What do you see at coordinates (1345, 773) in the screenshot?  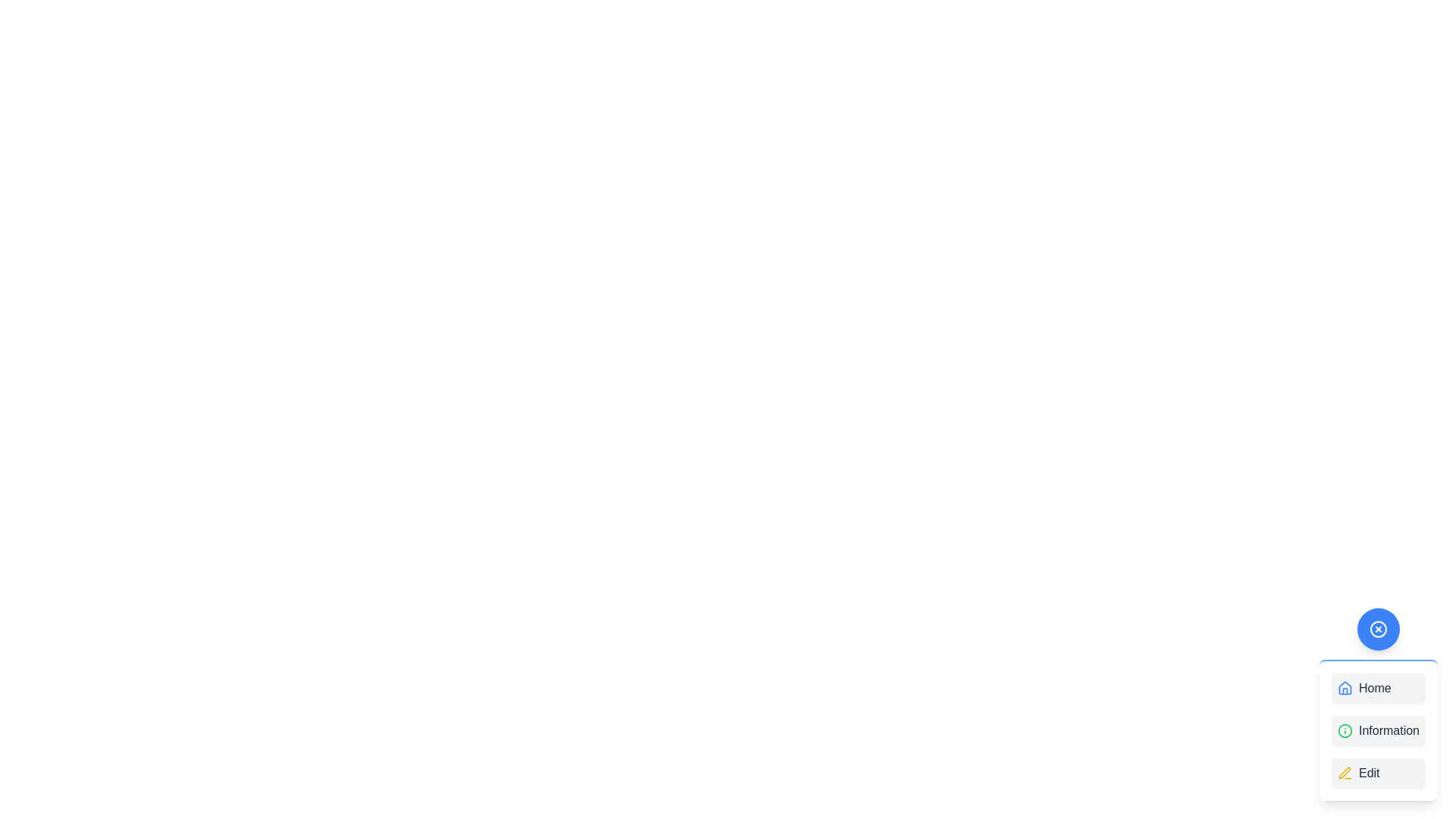 I see `the yellow pen icon located on the left side of the 'Edit' button, which is part of a vertical list of options near the bottom-right corner of the interface` at bounding box center [1345, 773].